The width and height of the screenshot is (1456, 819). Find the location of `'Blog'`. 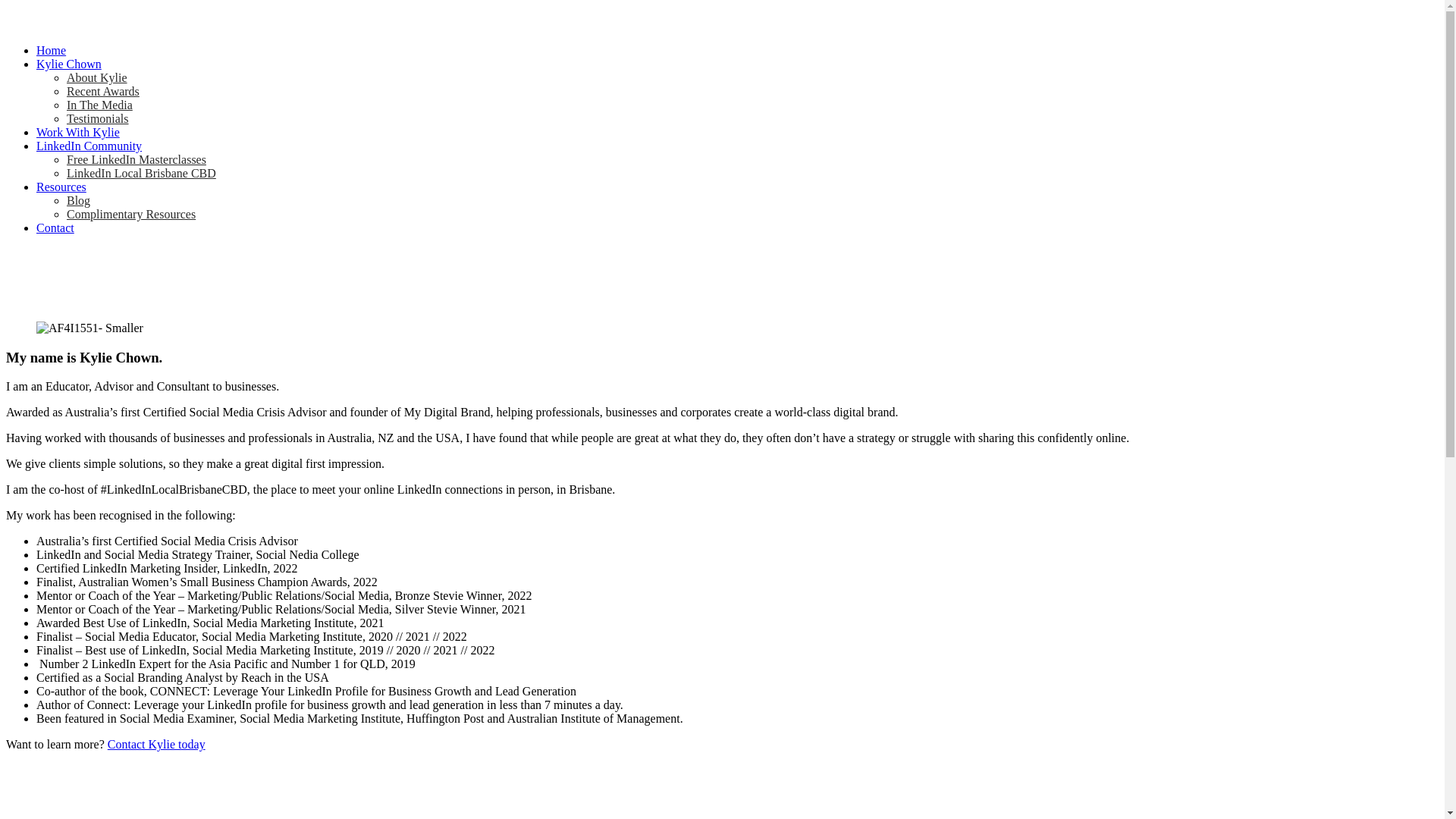

'Blog' is located at coordinates (77, 199).